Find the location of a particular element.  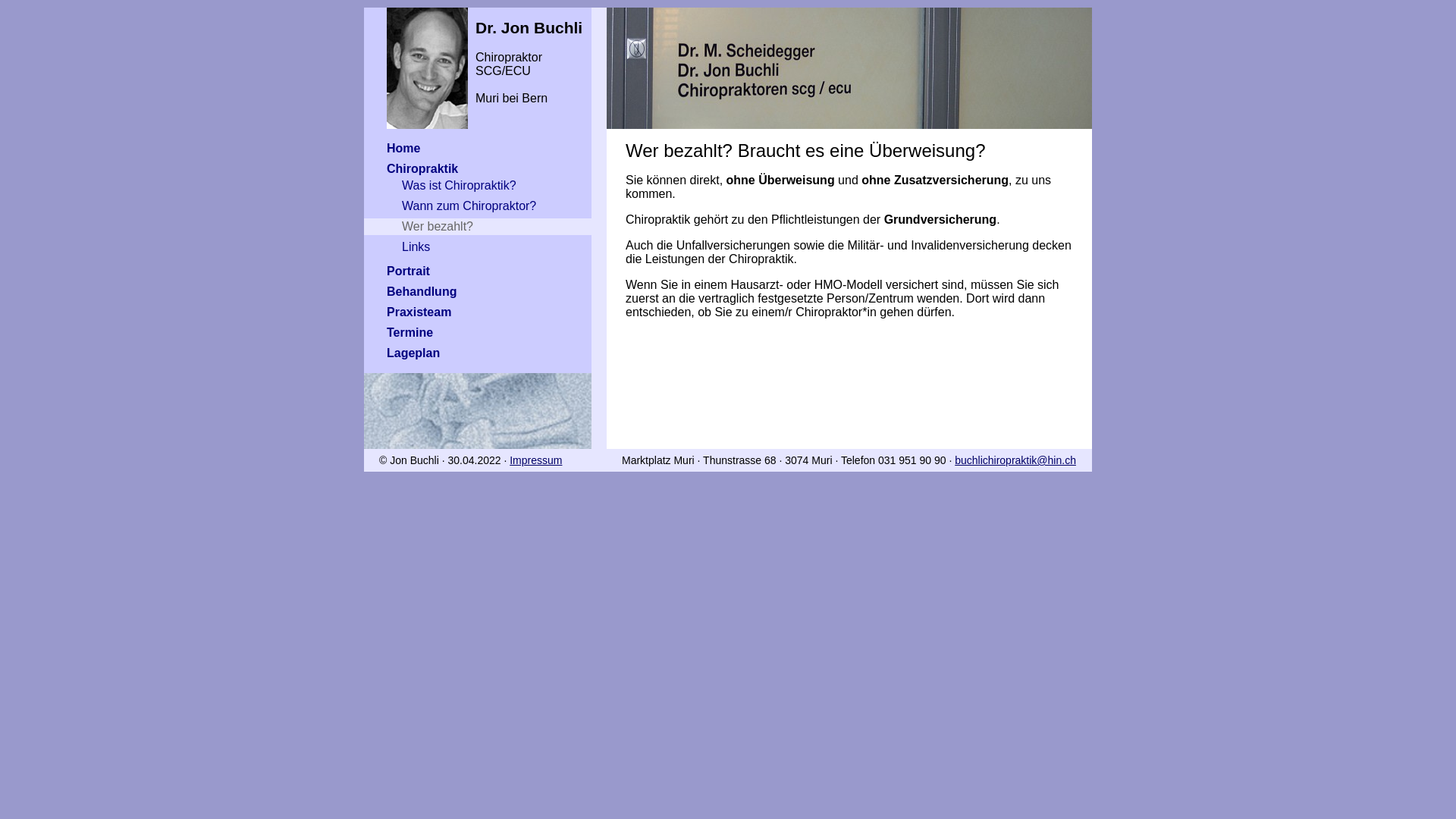

'Wann zum Chiropraktor?' is located at coordinates (476, 206).